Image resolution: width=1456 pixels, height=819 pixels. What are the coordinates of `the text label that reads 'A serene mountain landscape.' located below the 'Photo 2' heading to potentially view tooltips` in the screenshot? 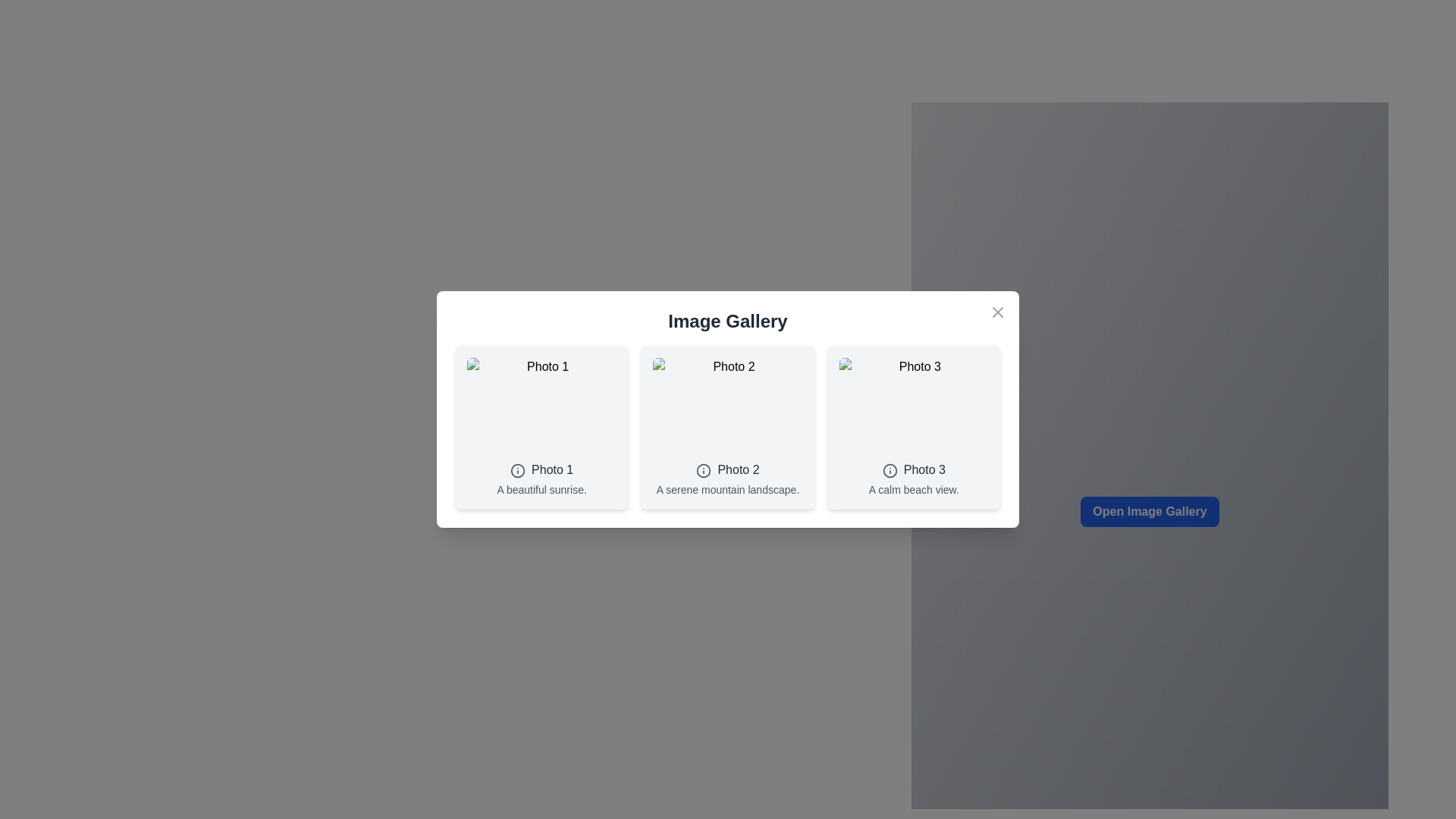 It's located at (728, 489).